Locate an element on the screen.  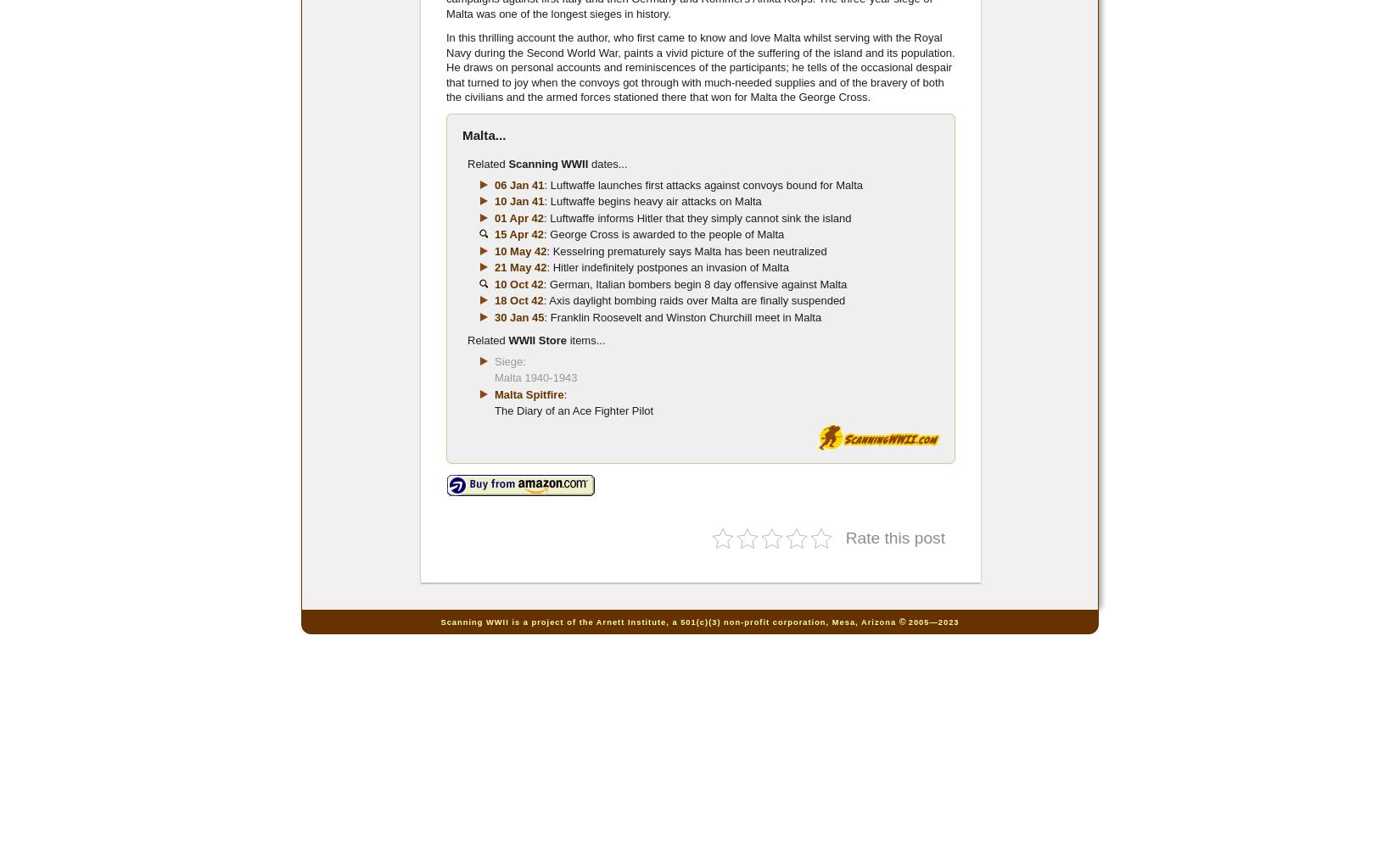
': Axis daylight bombing raids over Malta are finally suspended' is located at coordinates (542, 299).